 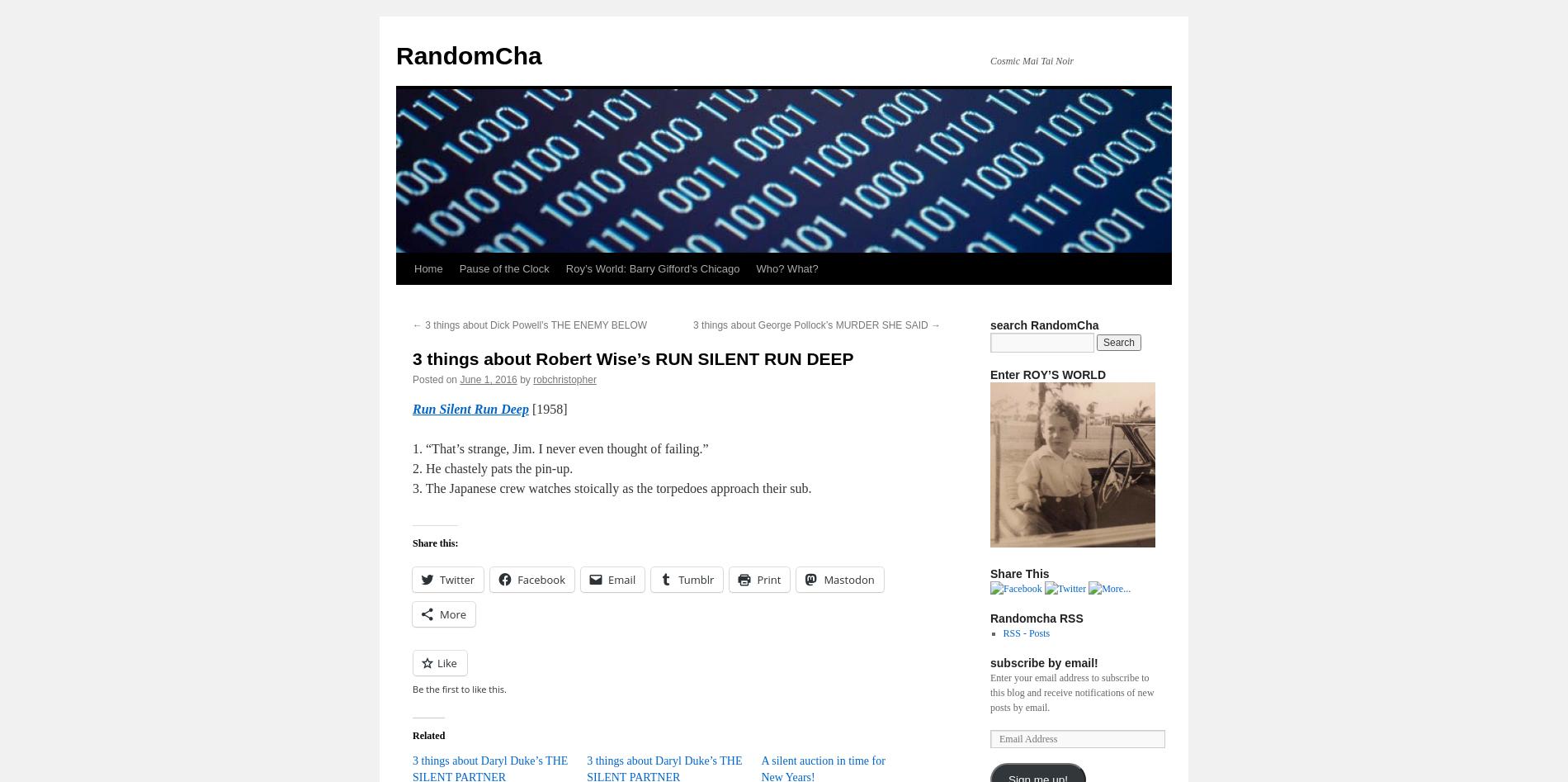 I want to click on '3 things about George Pollock’s MURDER SHE SAID', so click(x=812, y=325).